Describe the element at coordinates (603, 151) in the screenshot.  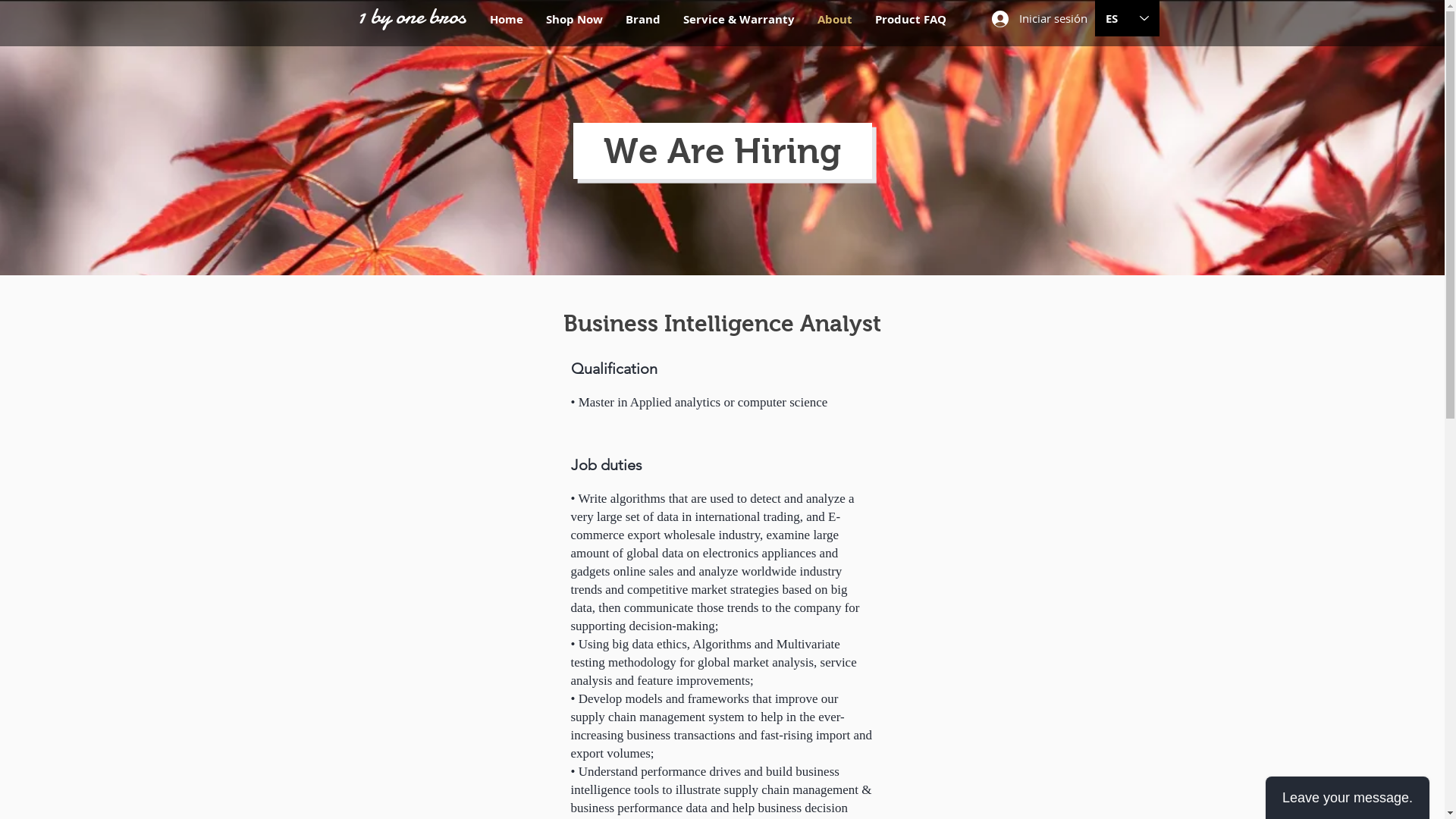
I see `'We Are Hiring'` at that location.